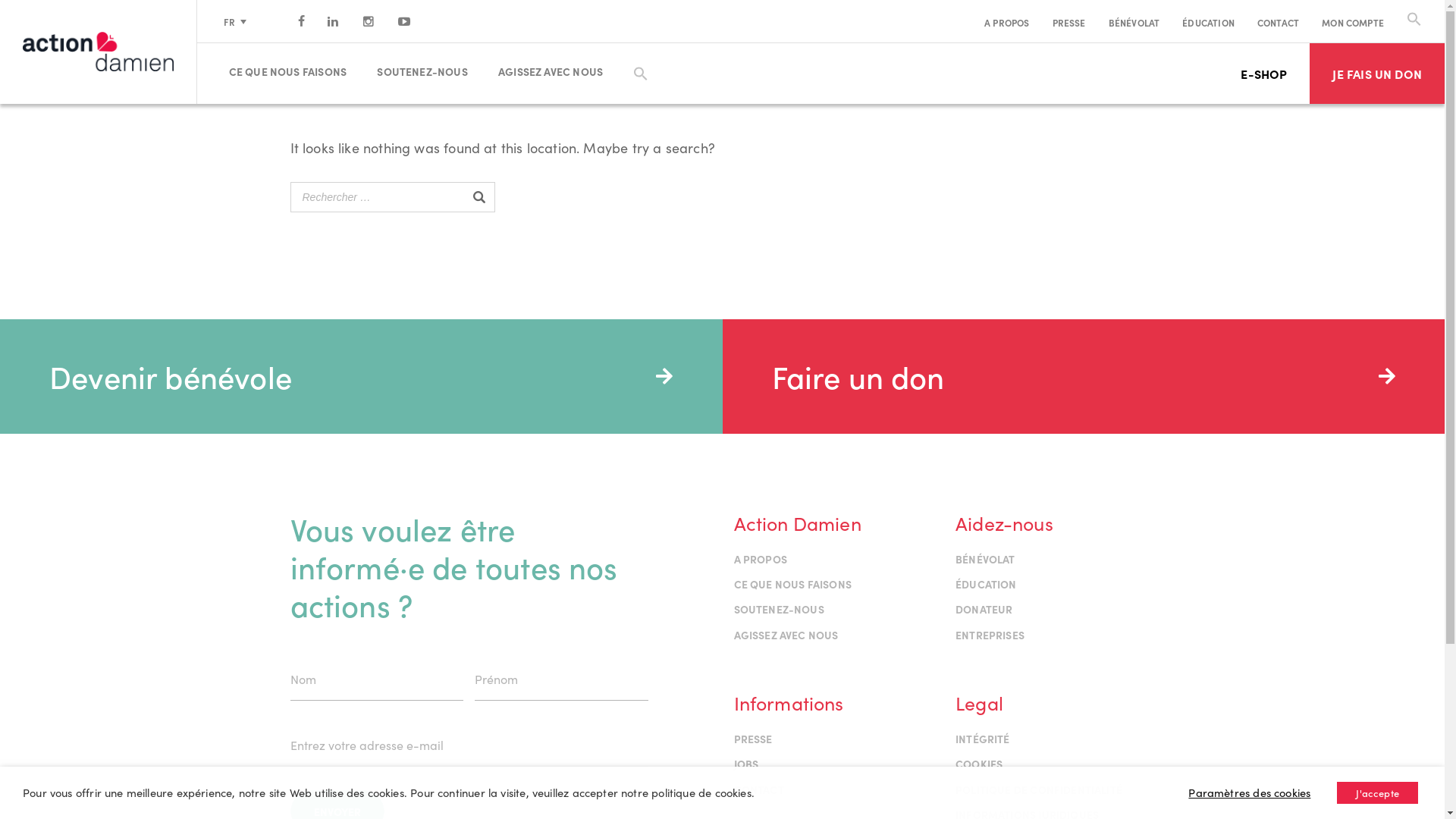 The width and height of the screenshot is (1456, 819). I want to click on 'CE QUE NOUS FAISONS', so click(294, 71).